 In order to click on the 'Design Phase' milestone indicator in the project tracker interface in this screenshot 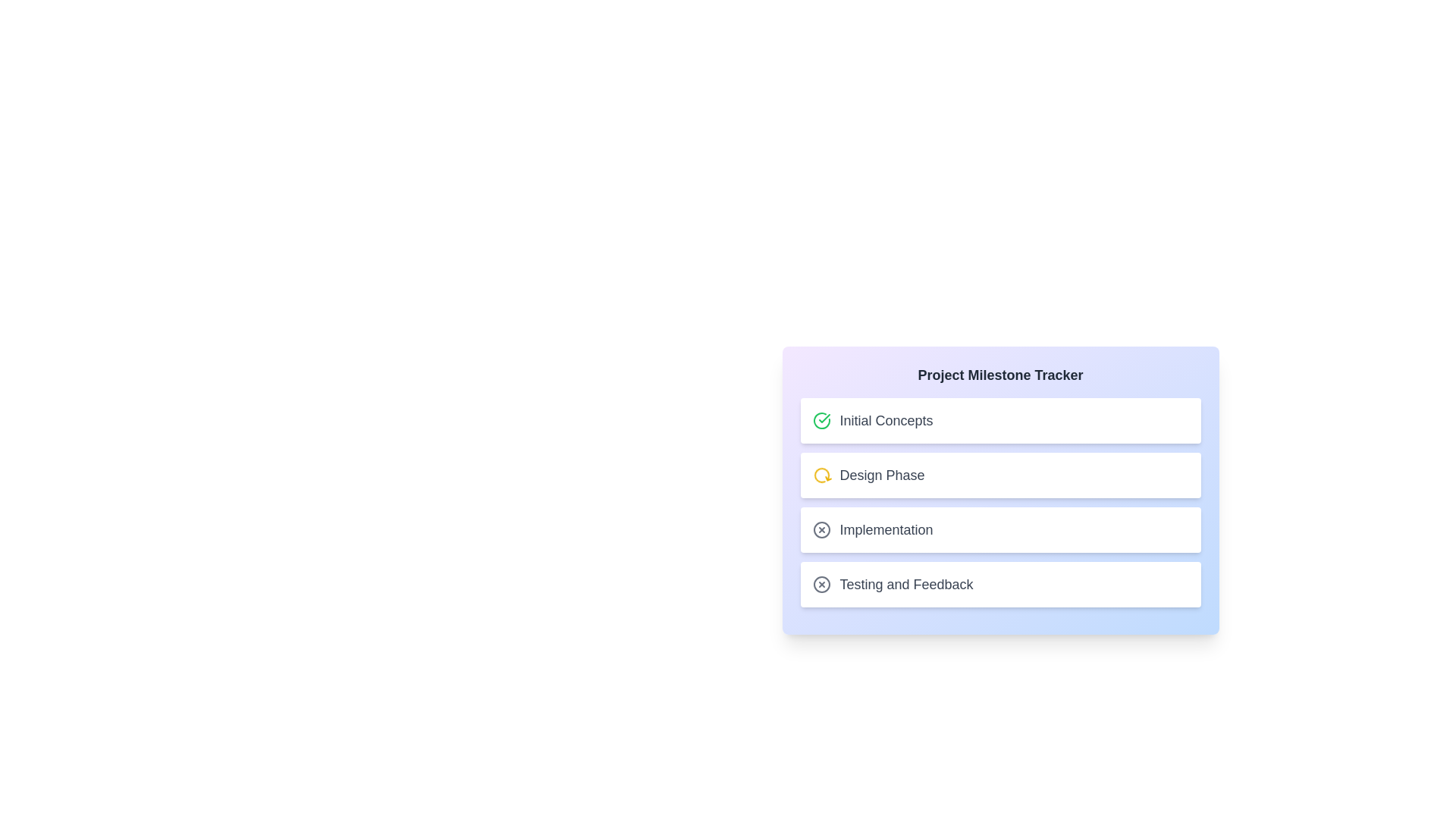, I will do `click(868, 475)`.